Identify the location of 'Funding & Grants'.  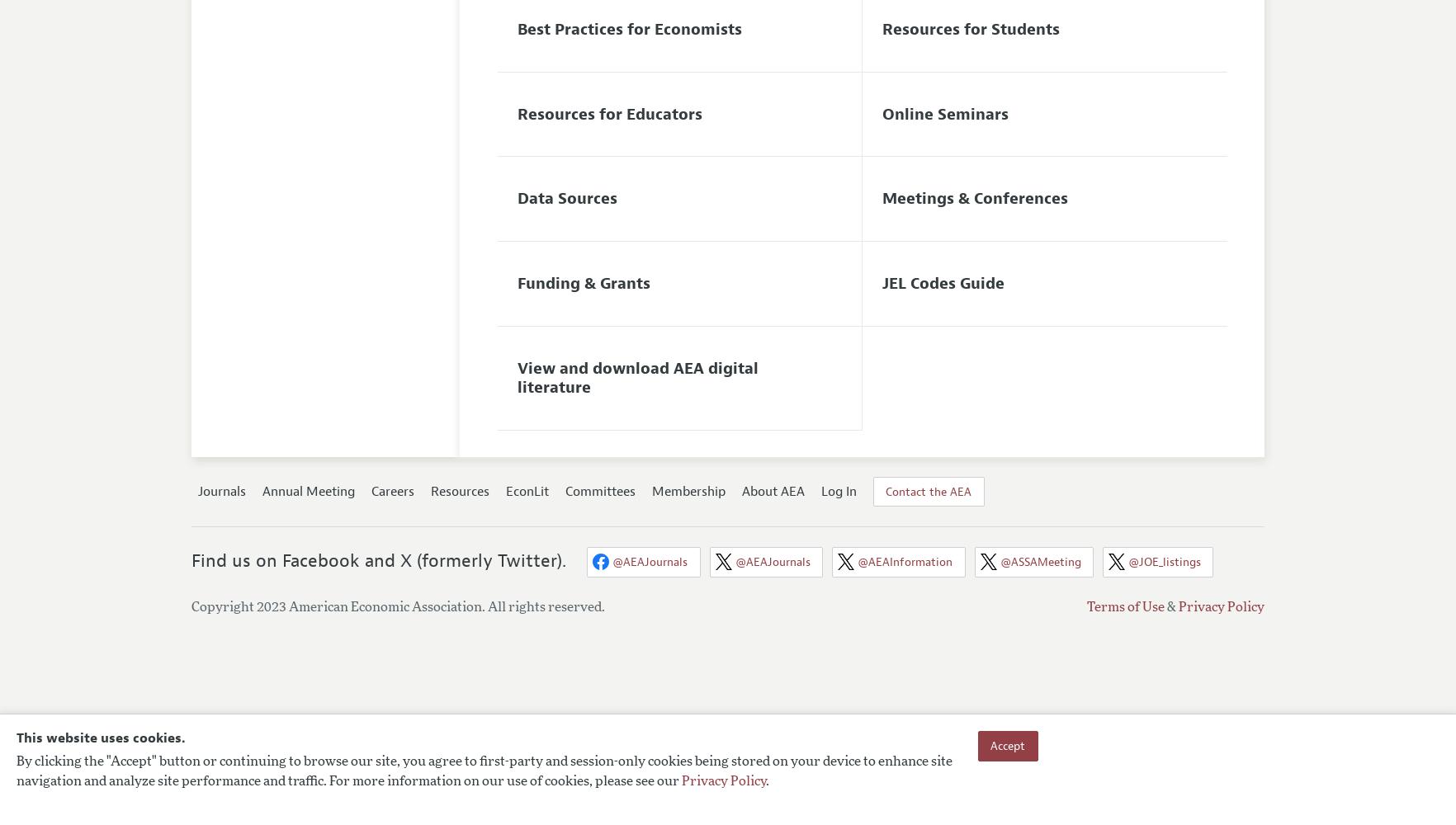
(517, 283).